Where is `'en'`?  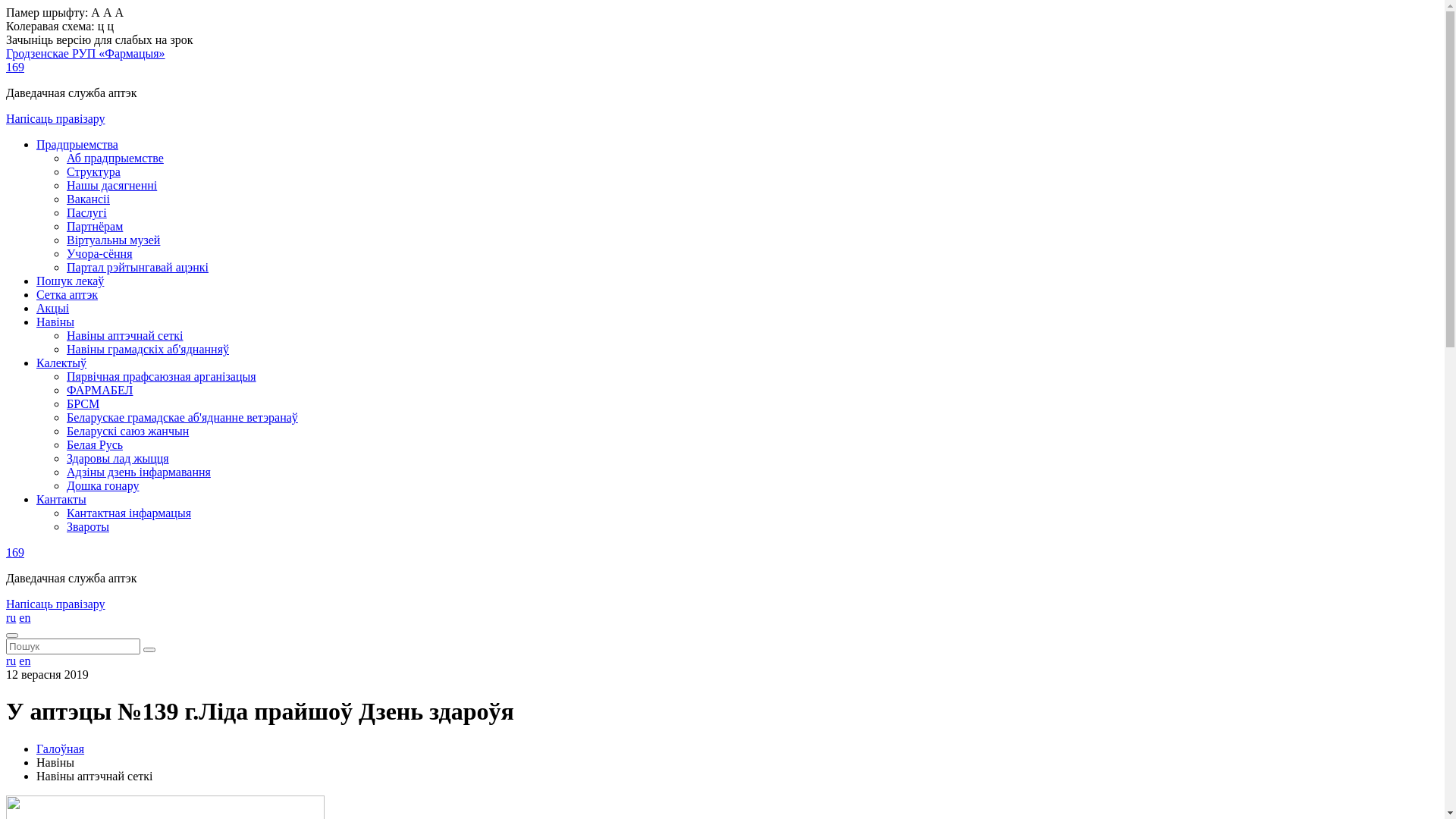
'en' is located at coordinates (24, 660).